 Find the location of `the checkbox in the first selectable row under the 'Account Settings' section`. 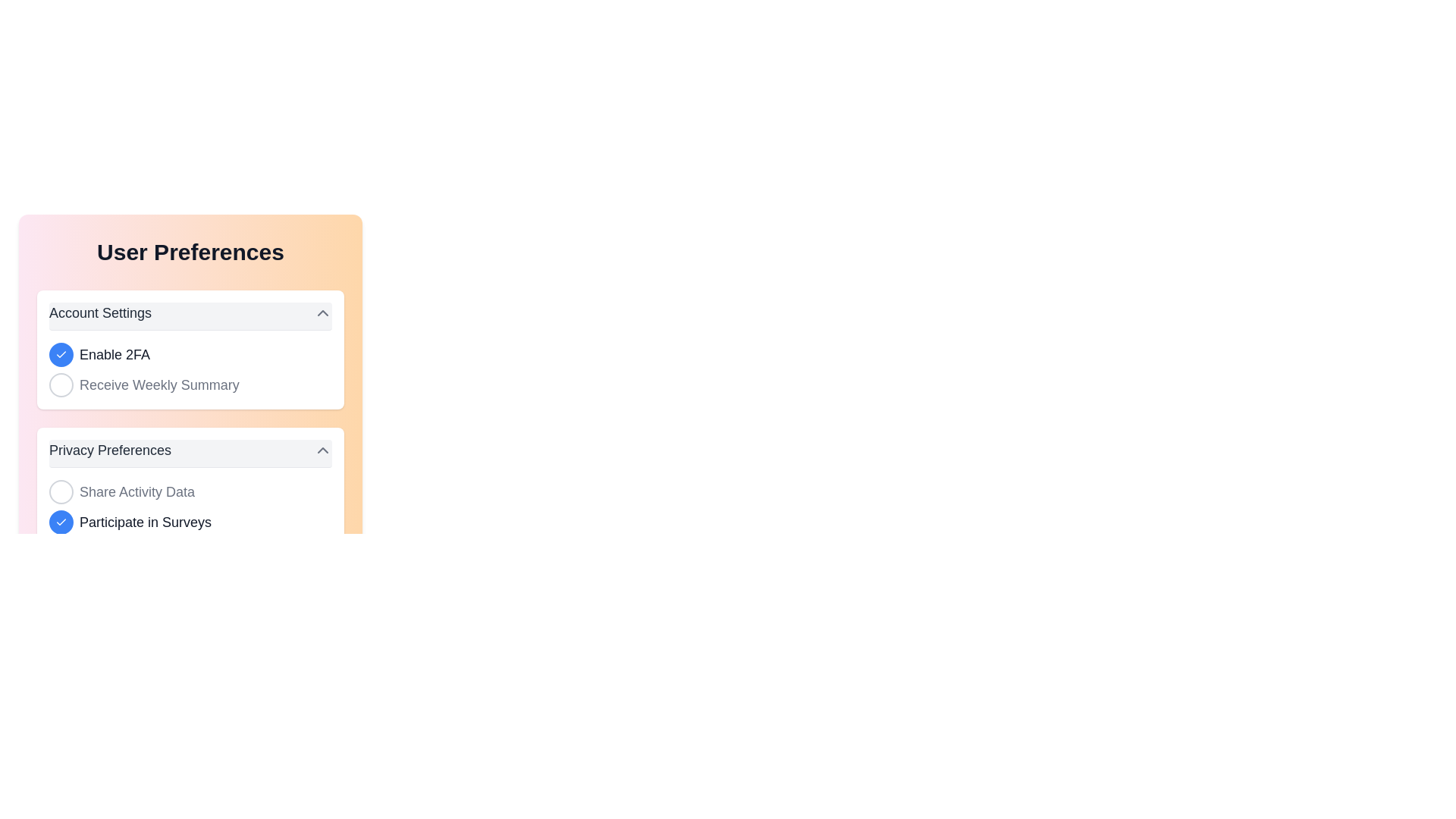

the checkbox in the first selectable row under the 'Account Settings' section is located at coordinates (190, 354).